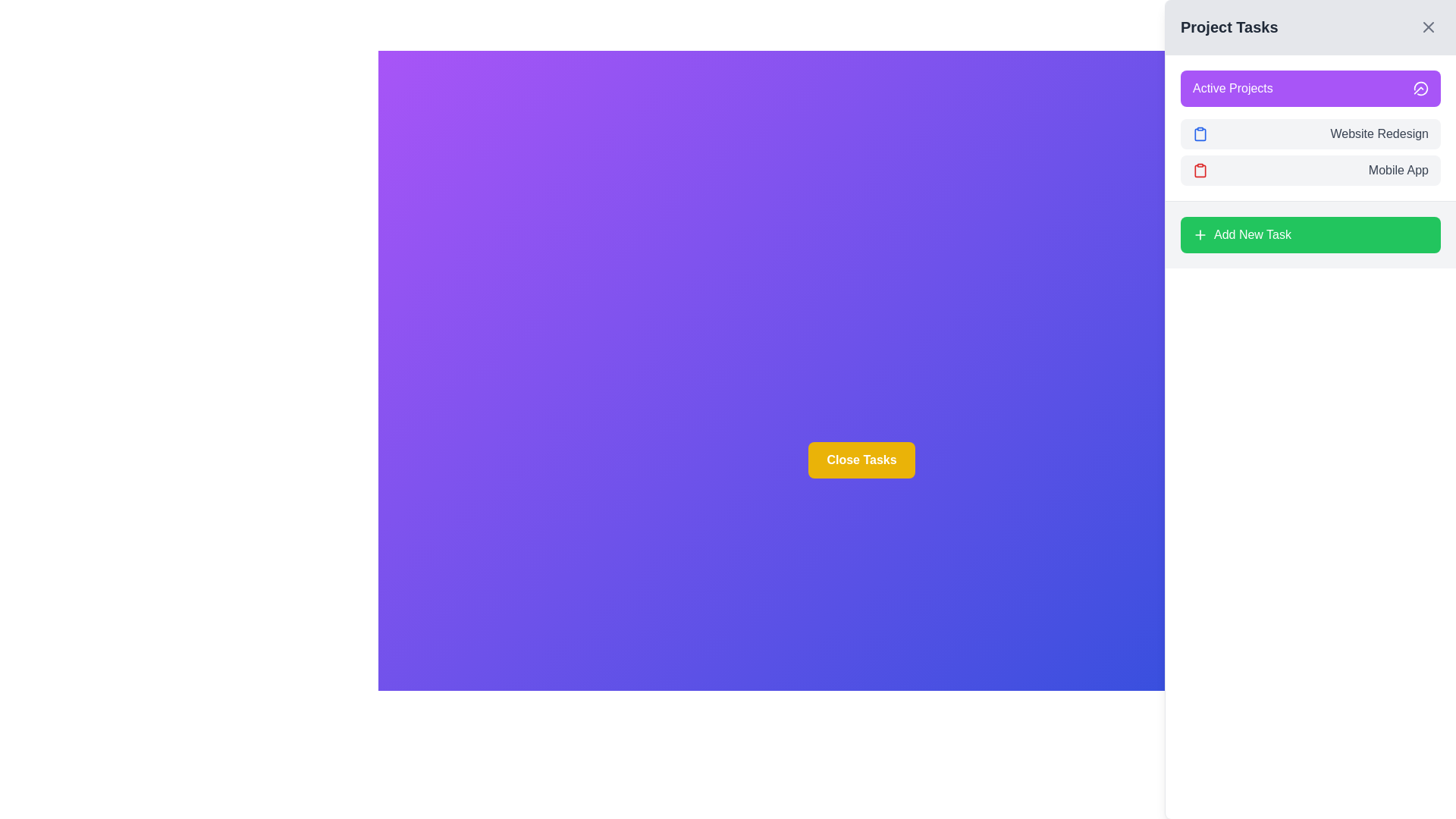 This screenshot has width=1456, height=819. Describe the element at coordinates (1310, 170) in the screenshot. I see `the 'Mobile App' task entry in the vertical list under the 'Project Tasks' title` at that location.